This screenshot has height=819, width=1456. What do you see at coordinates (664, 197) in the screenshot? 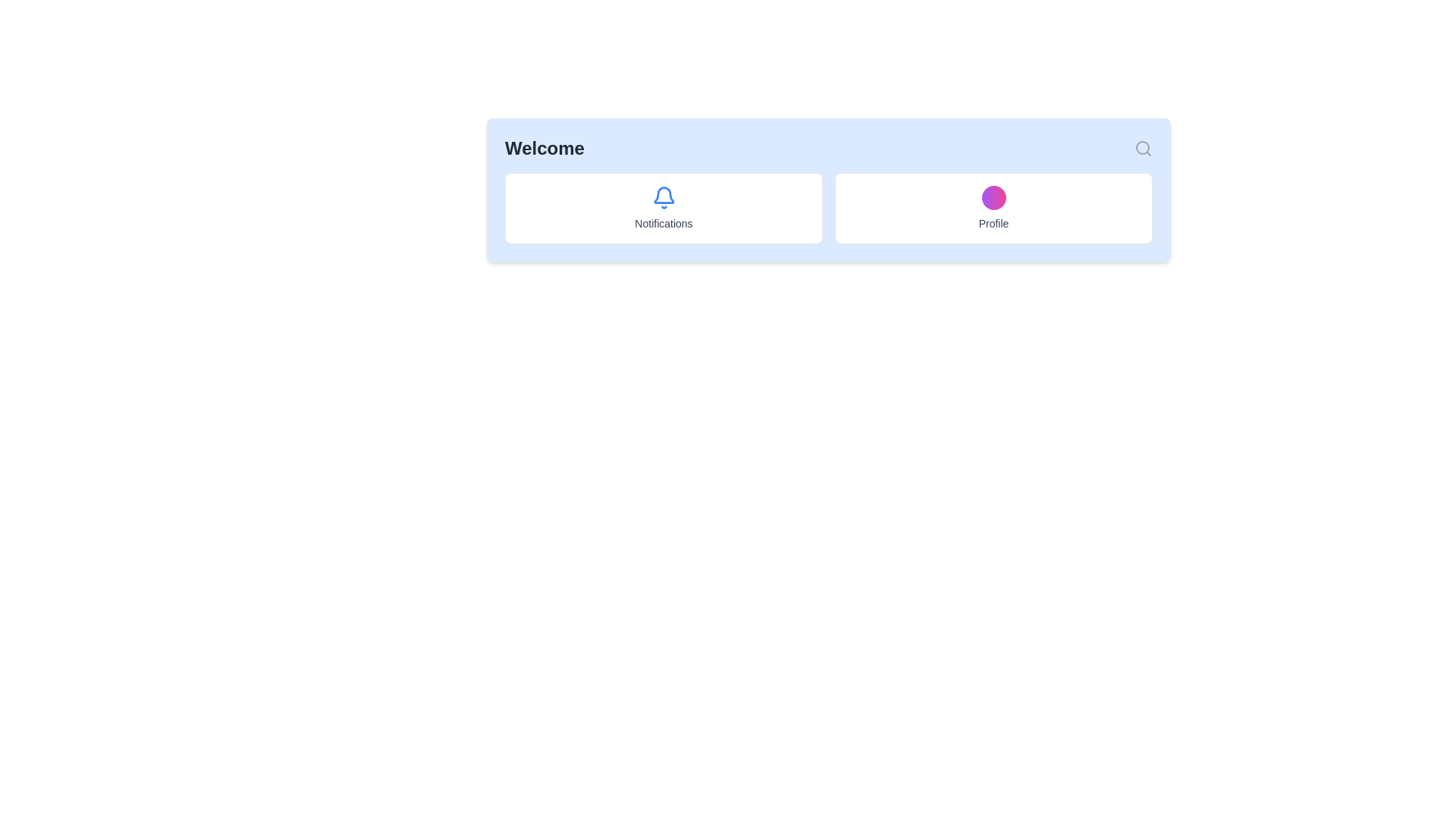
I see `the vivid blue bell-shaped icon located at the top section of the 'Notifications' card` at bounding box center [664, 197].